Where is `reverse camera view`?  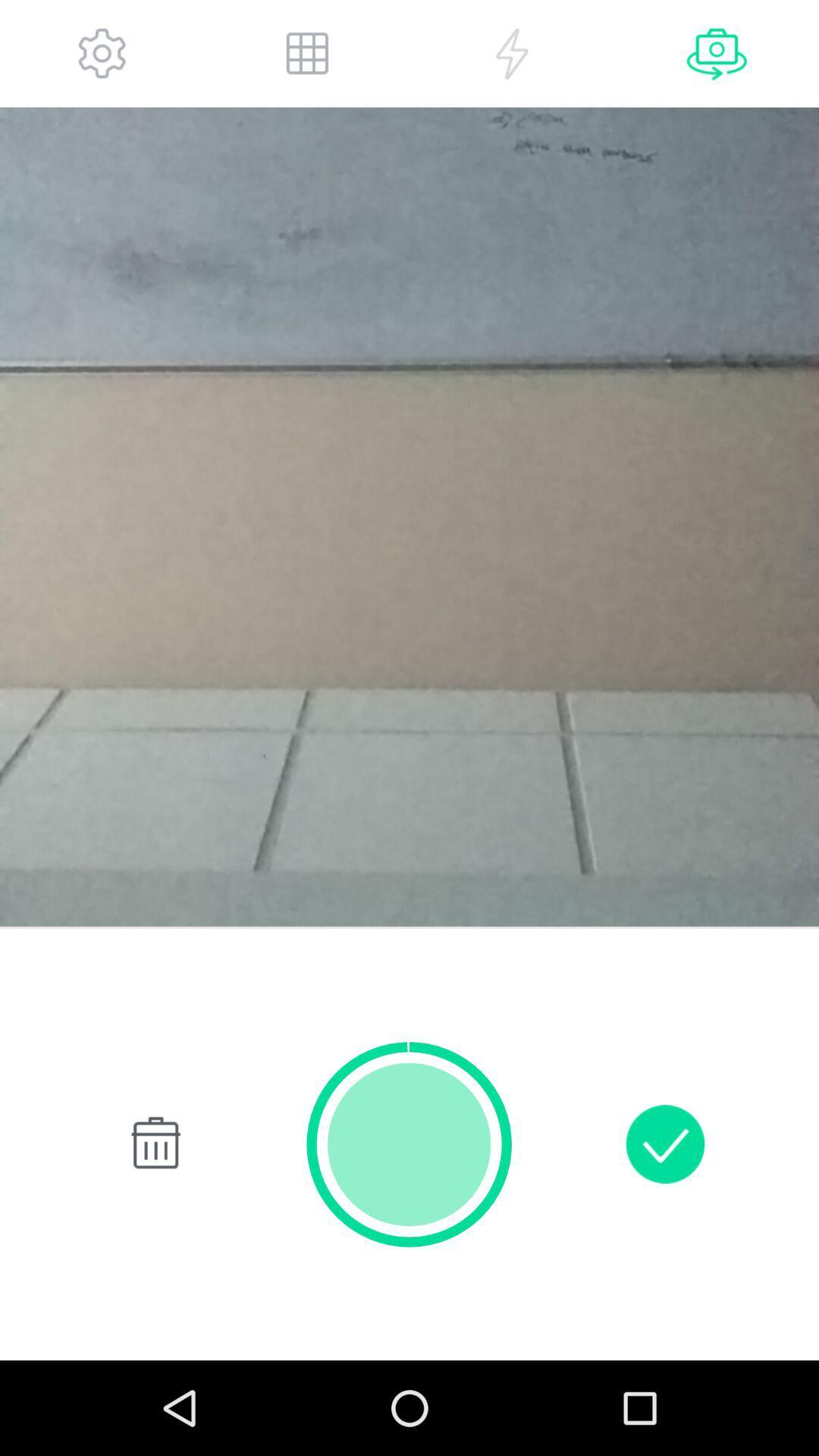 reverse camera view is located at coordinates (717, 53).